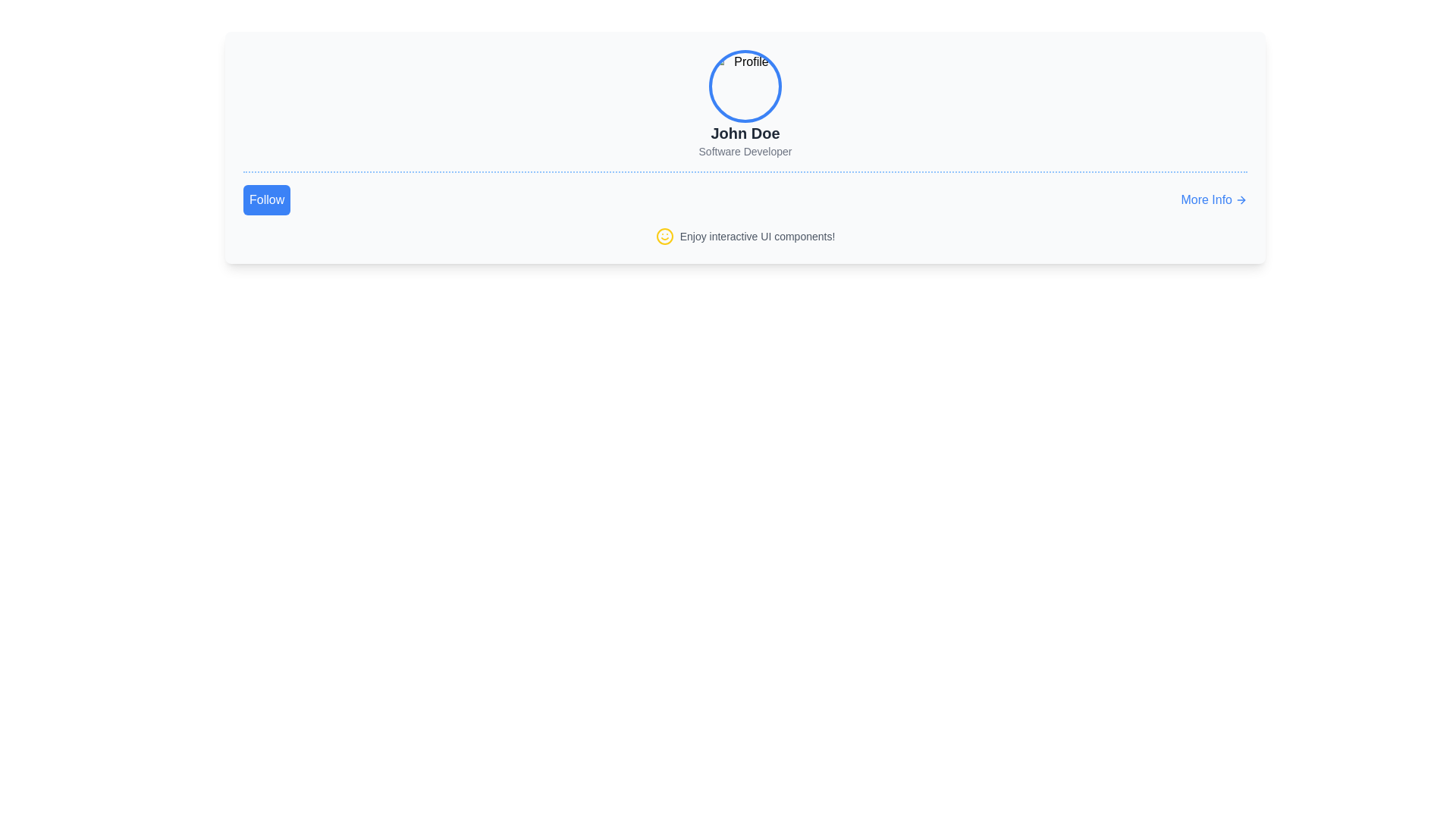  What do you see at coordinates (664, 237) in the screenshot?
I see `the graphical icon depicting a smiling face, which serves as a decorative component in the interface, located above the text 'Enjoy interactive UI components!'` at bounding box center [664, 237].